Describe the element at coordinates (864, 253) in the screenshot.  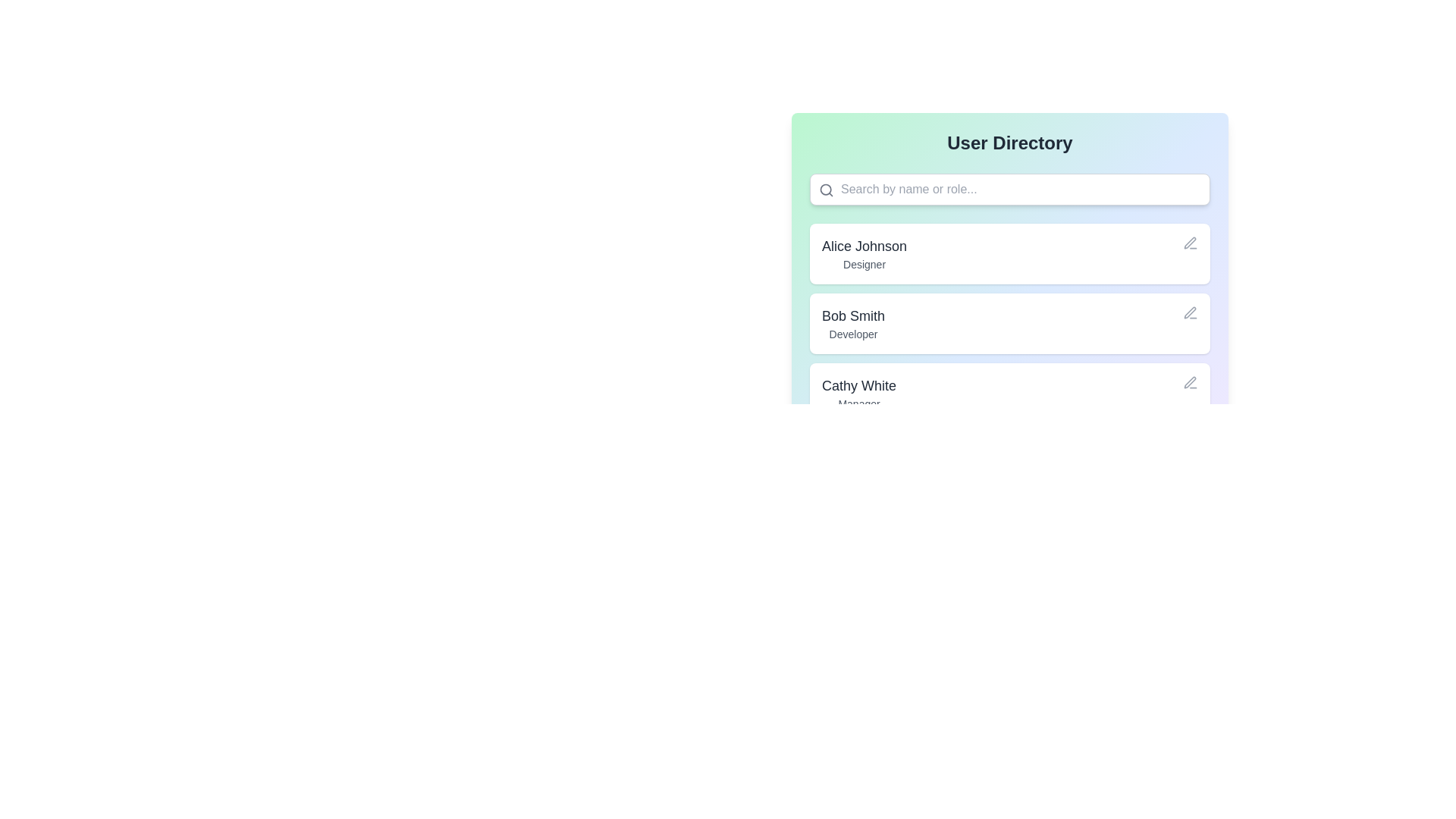
I see `the Text Label that serves as a user identifier, displaying the name and role of a person in the directory, located at the top entry in the 'User Directory' section` at that location.